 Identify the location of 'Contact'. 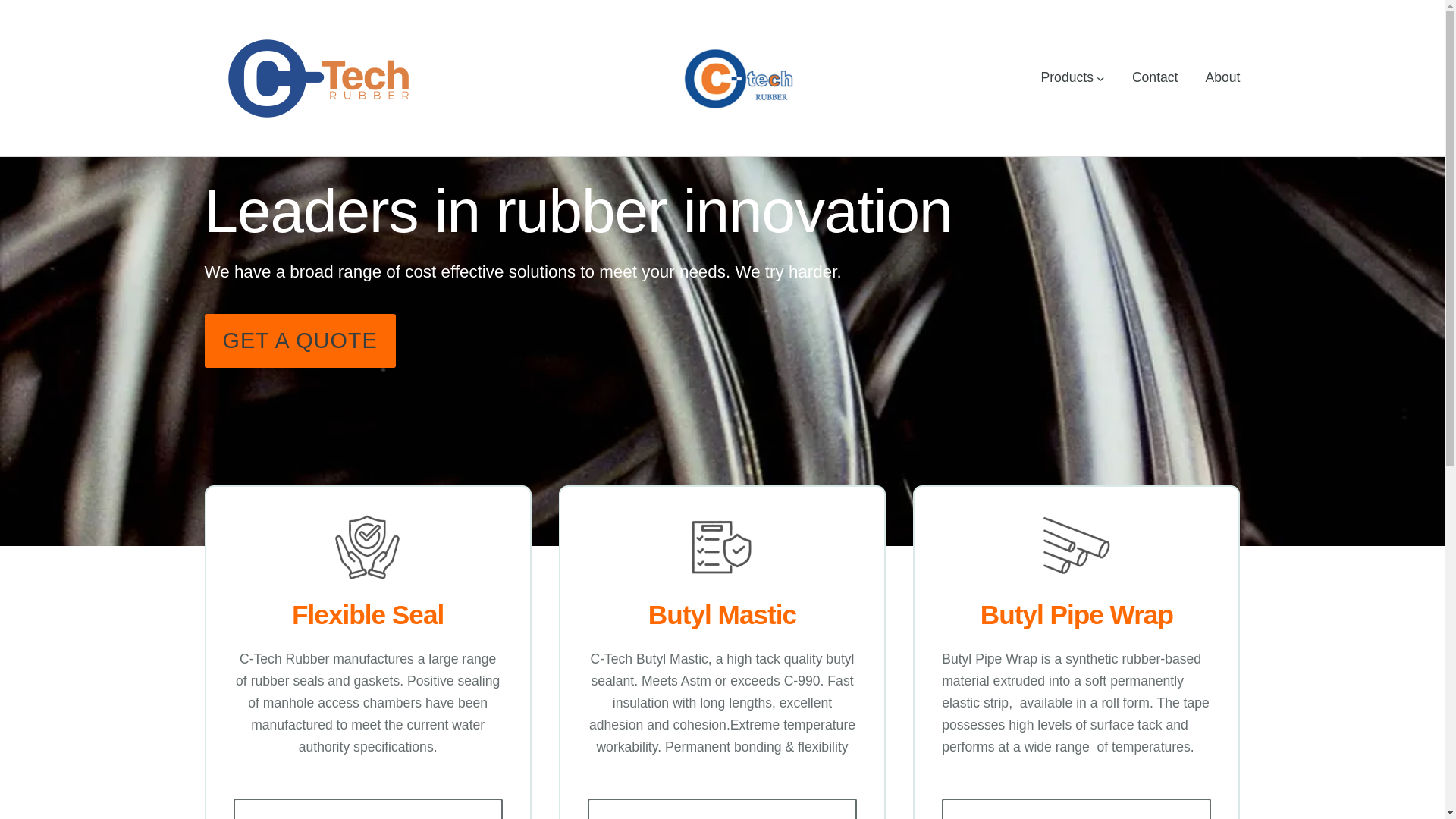
(1154, 77).